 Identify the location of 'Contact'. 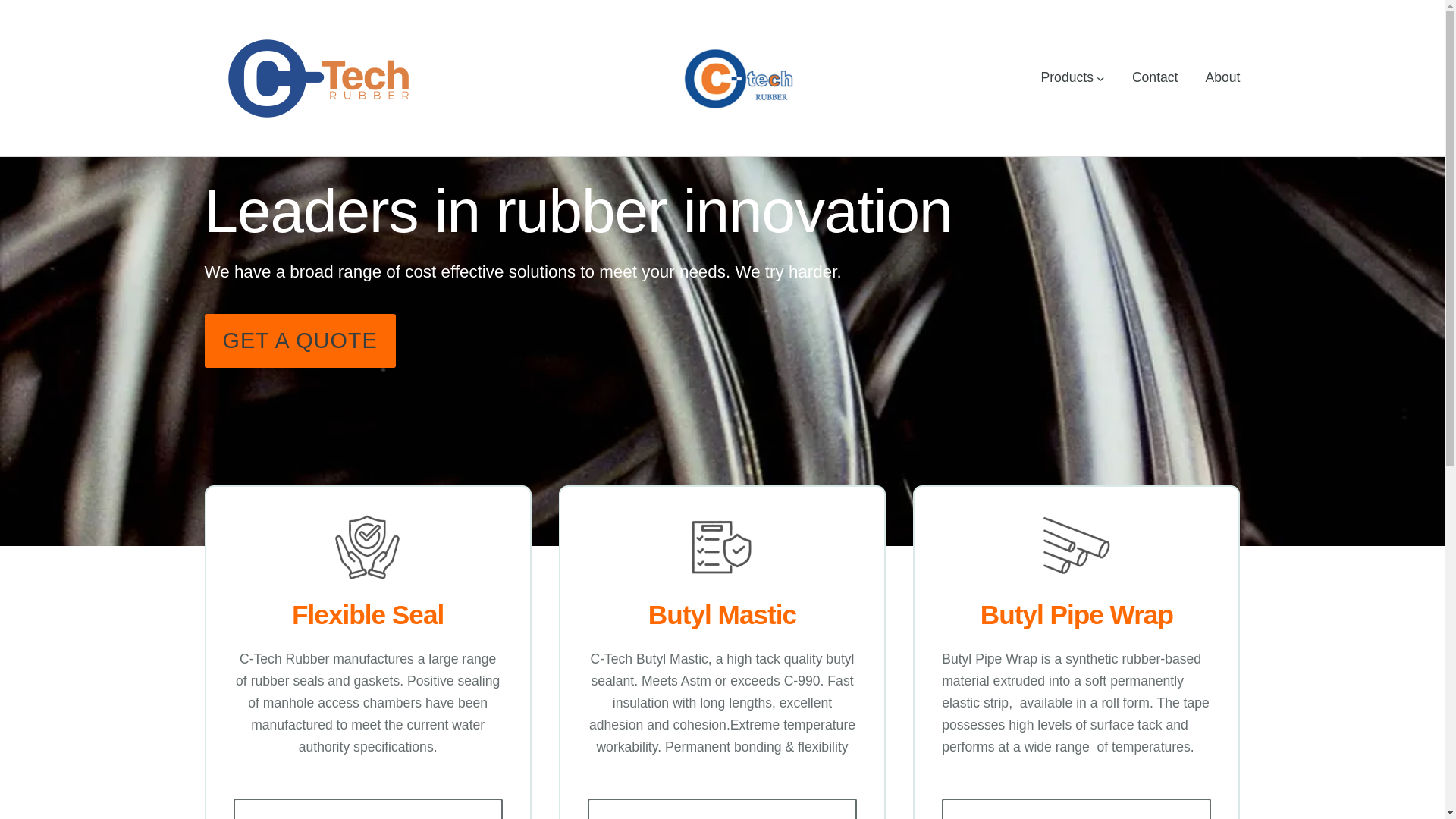
(1154, 77).